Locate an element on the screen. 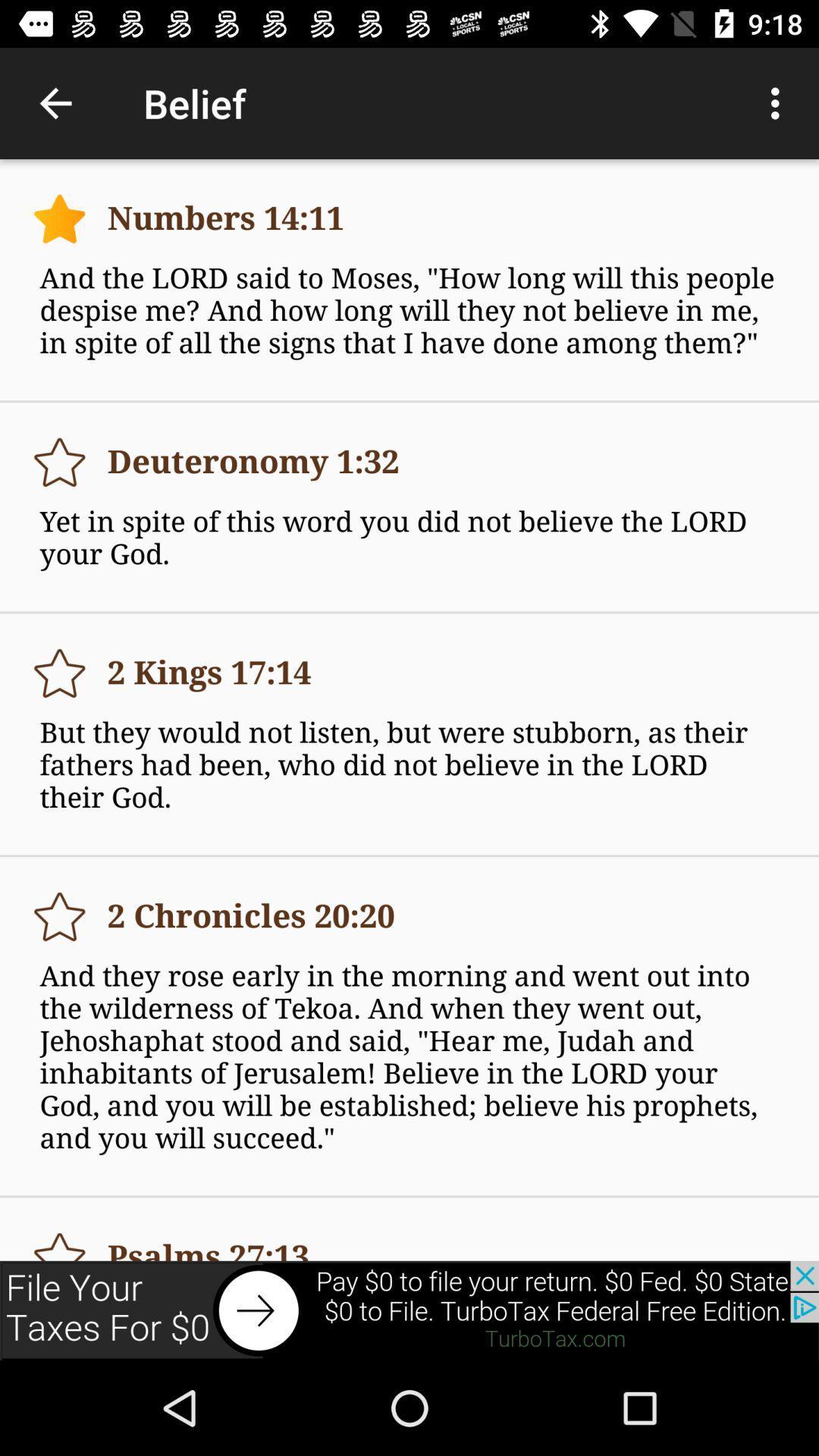 This screenshot has width=819, height=1456. button is located at coordinates (58, 1239).